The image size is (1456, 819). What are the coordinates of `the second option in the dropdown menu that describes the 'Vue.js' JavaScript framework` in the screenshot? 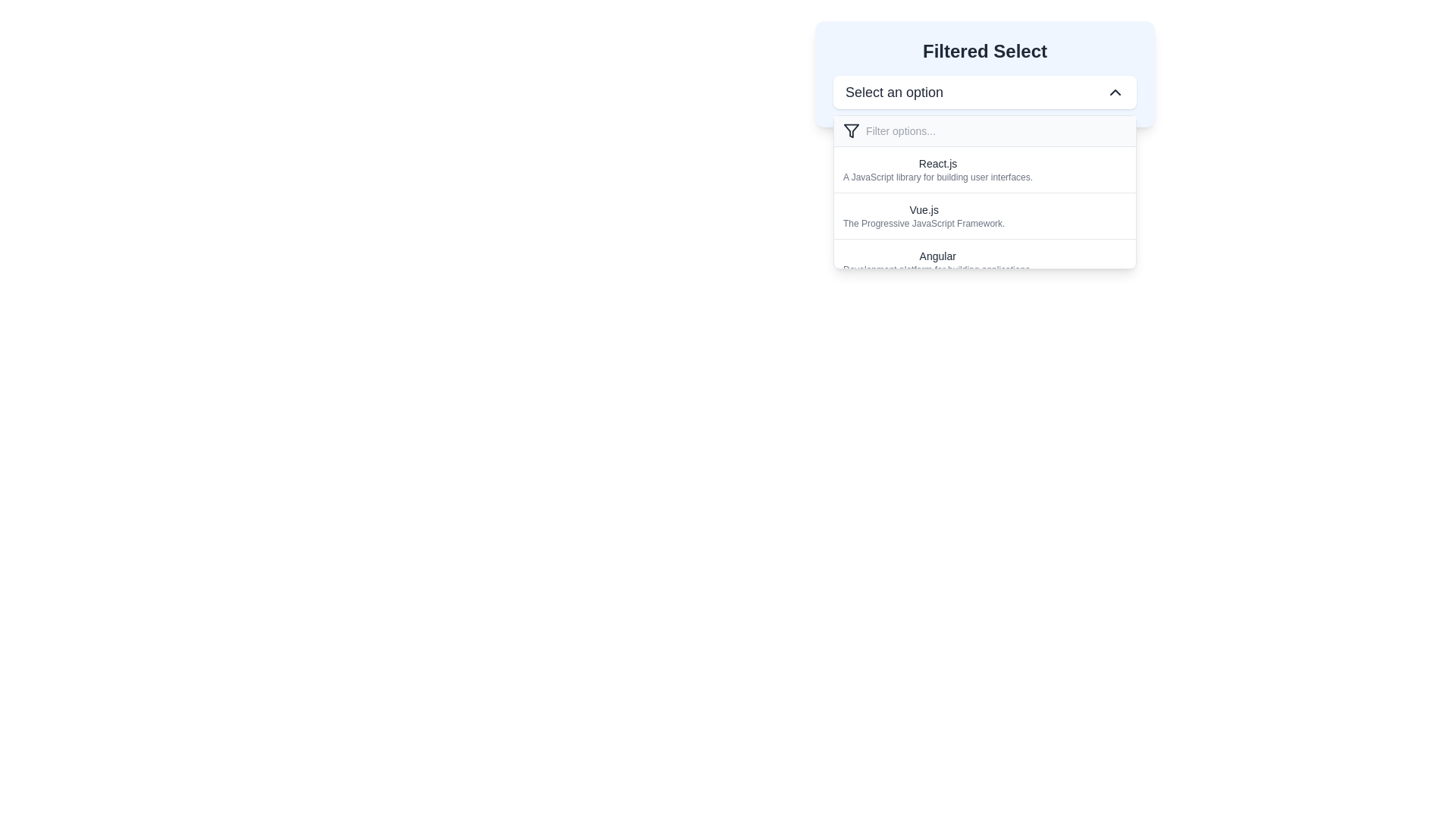 It's located at (985, 207).